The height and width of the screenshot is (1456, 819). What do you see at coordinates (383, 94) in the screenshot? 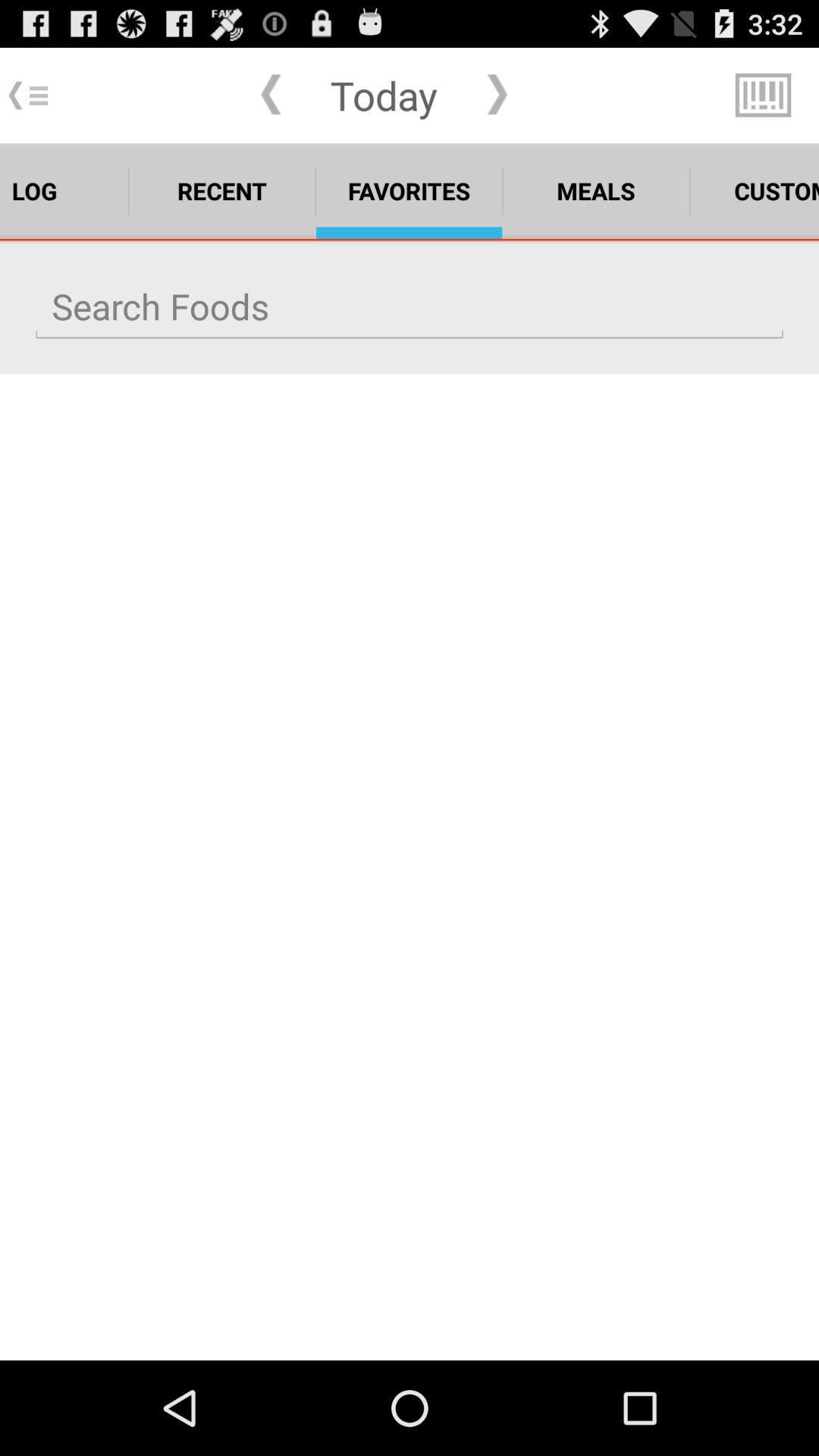
I see `the today app` at bounding box center [383, 94].